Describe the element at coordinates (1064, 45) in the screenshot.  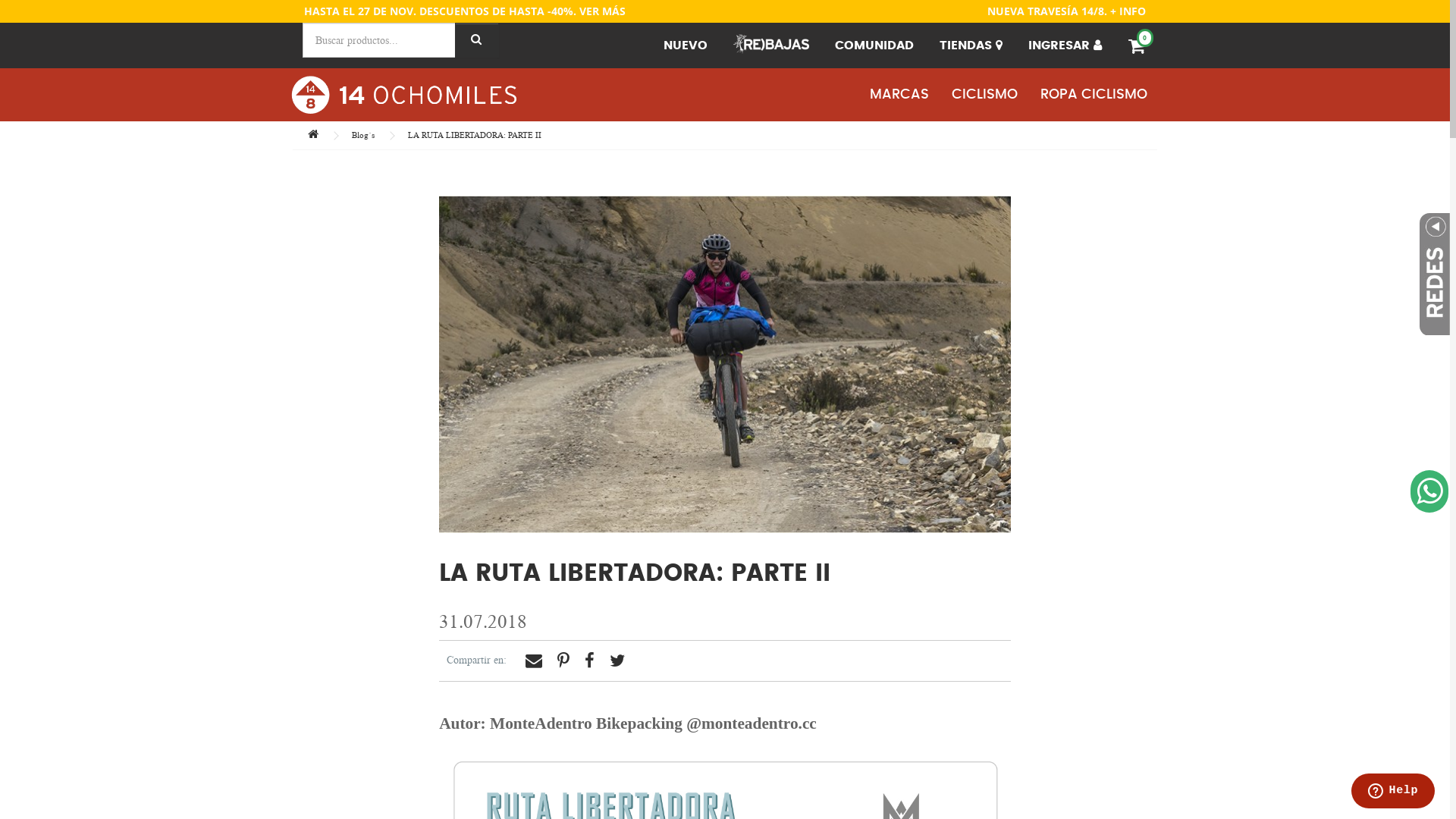
I see `'INGRESAR'` at that location.